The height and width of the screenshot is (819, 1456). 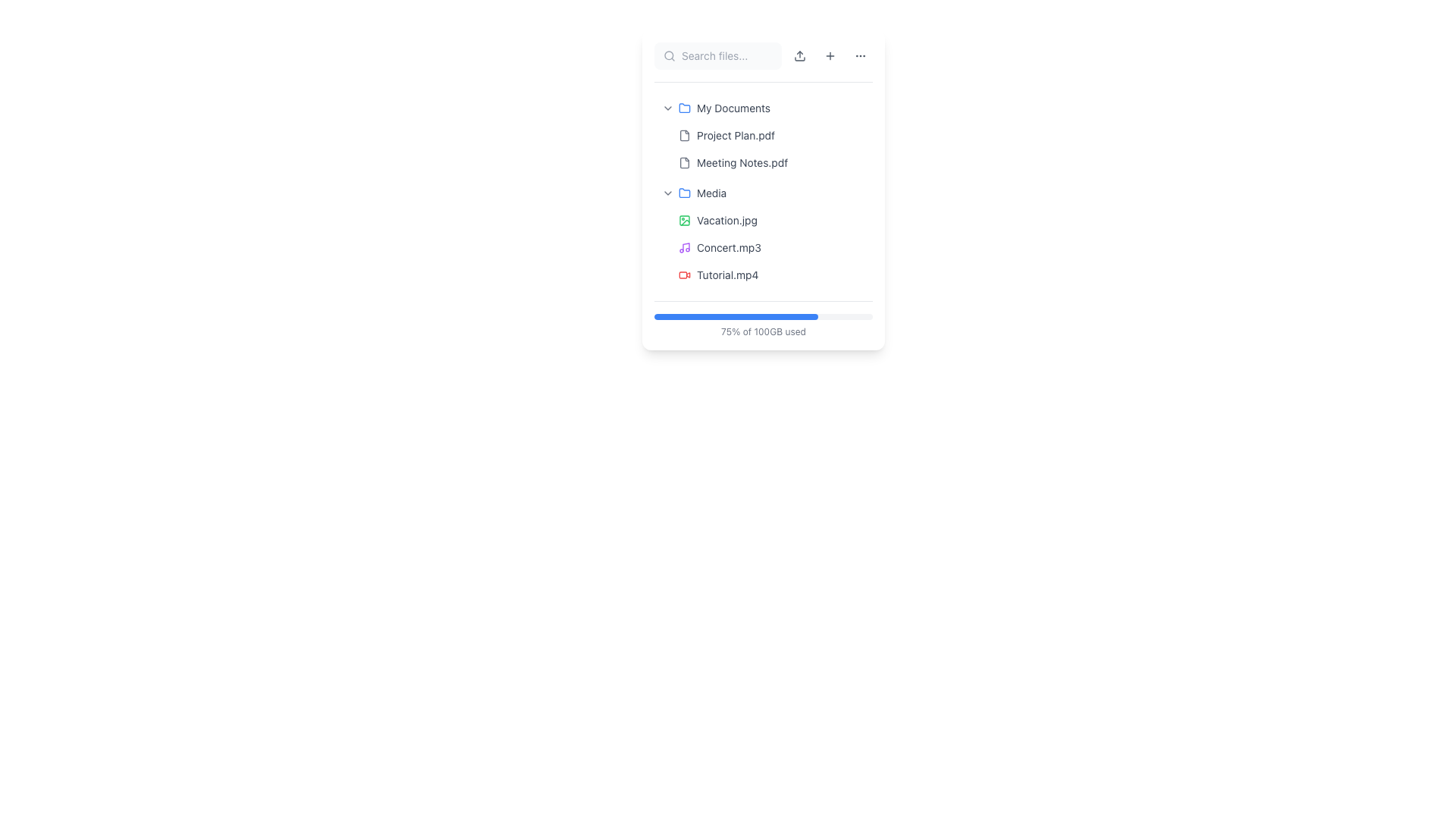 I want to click on the document icon representing 'Meeting Notes.pdf' located in the 'My Documents' folder, so click(x=683, y=163).